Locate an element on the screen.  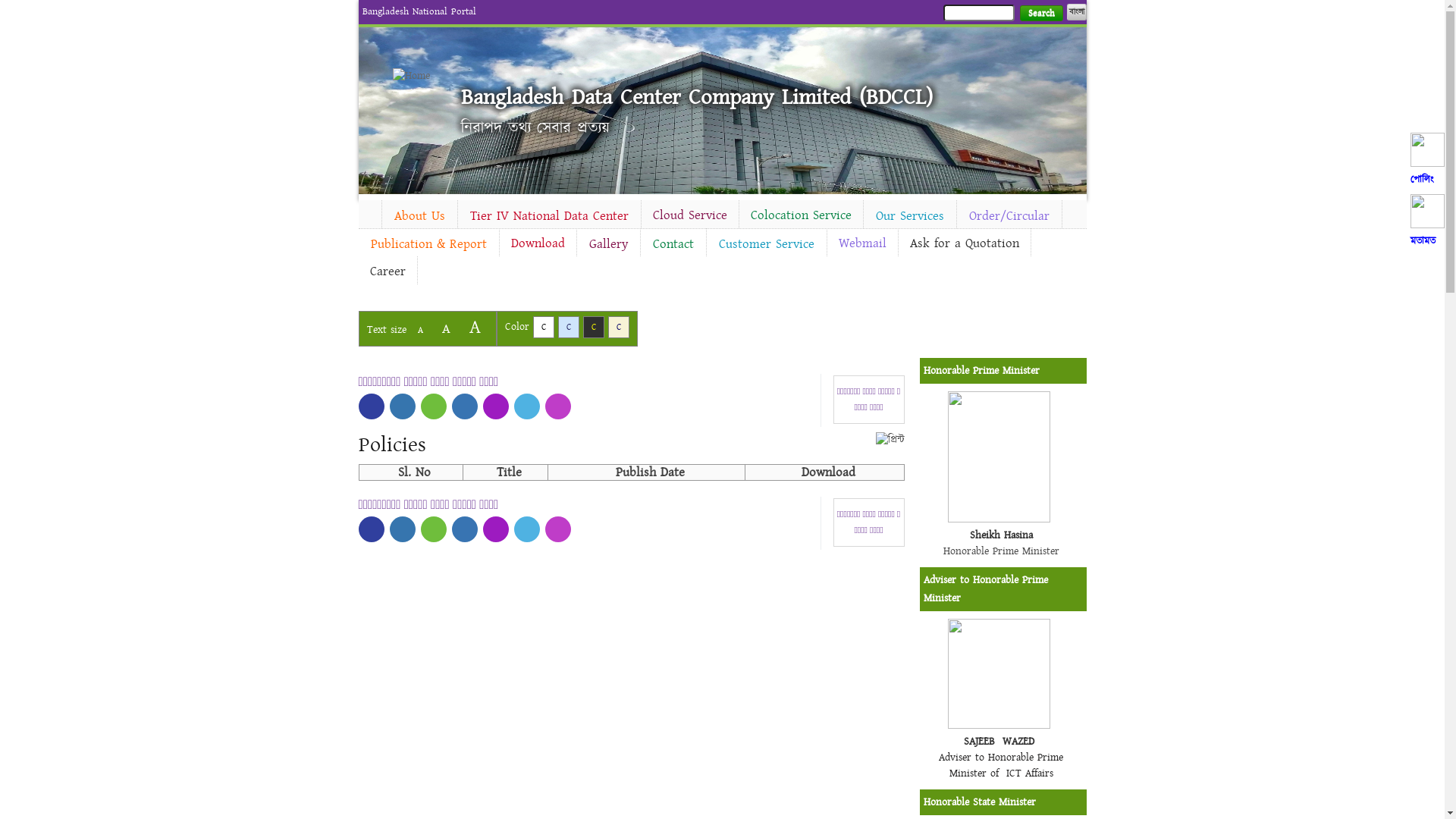
'A' is located at coordinates (460, 326).